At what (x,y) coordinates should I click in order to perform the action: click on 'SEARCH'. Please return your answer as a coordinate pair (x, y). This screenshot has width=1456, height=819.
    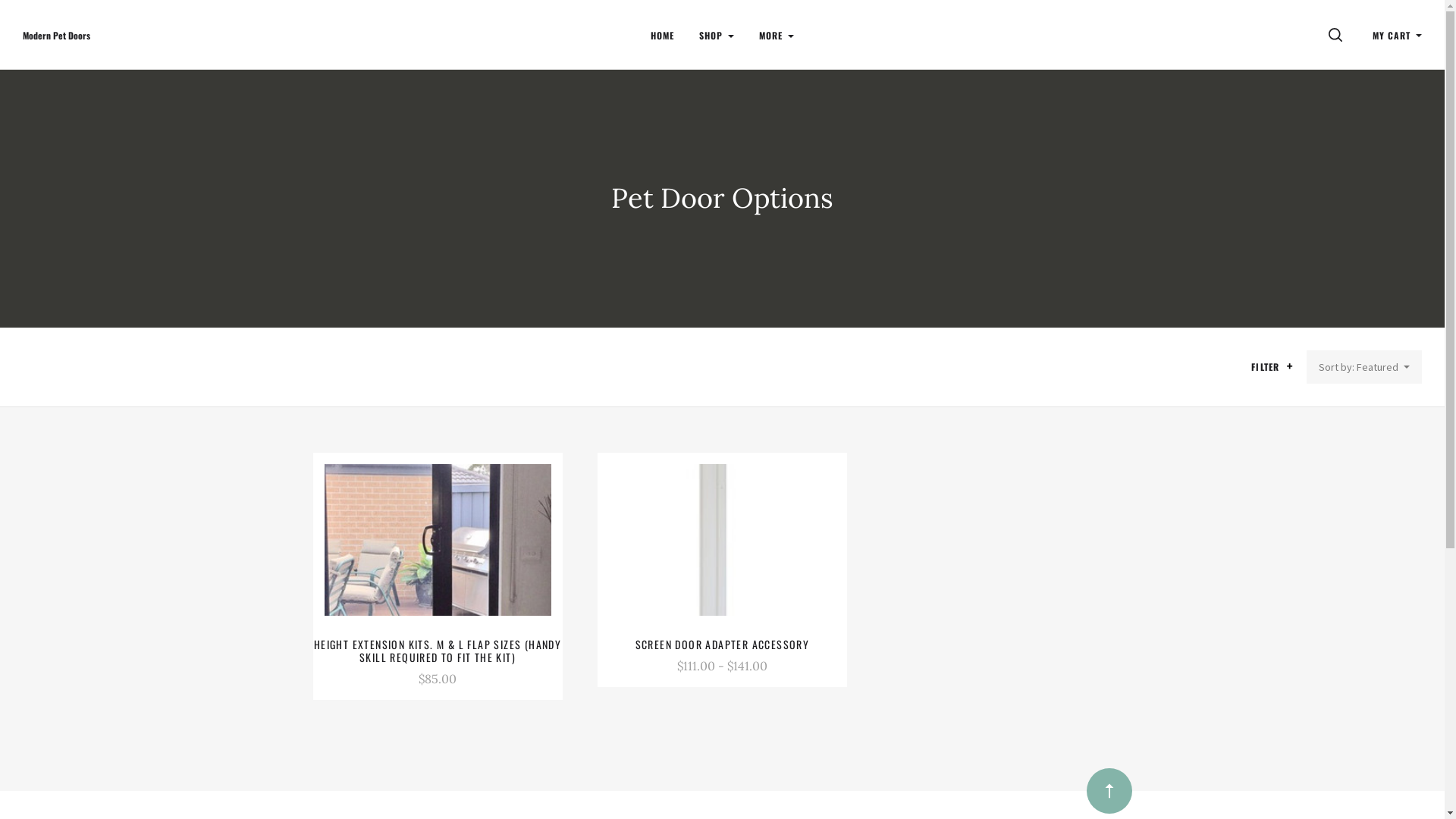
    Looking at the image, I should click on (1338, 34).